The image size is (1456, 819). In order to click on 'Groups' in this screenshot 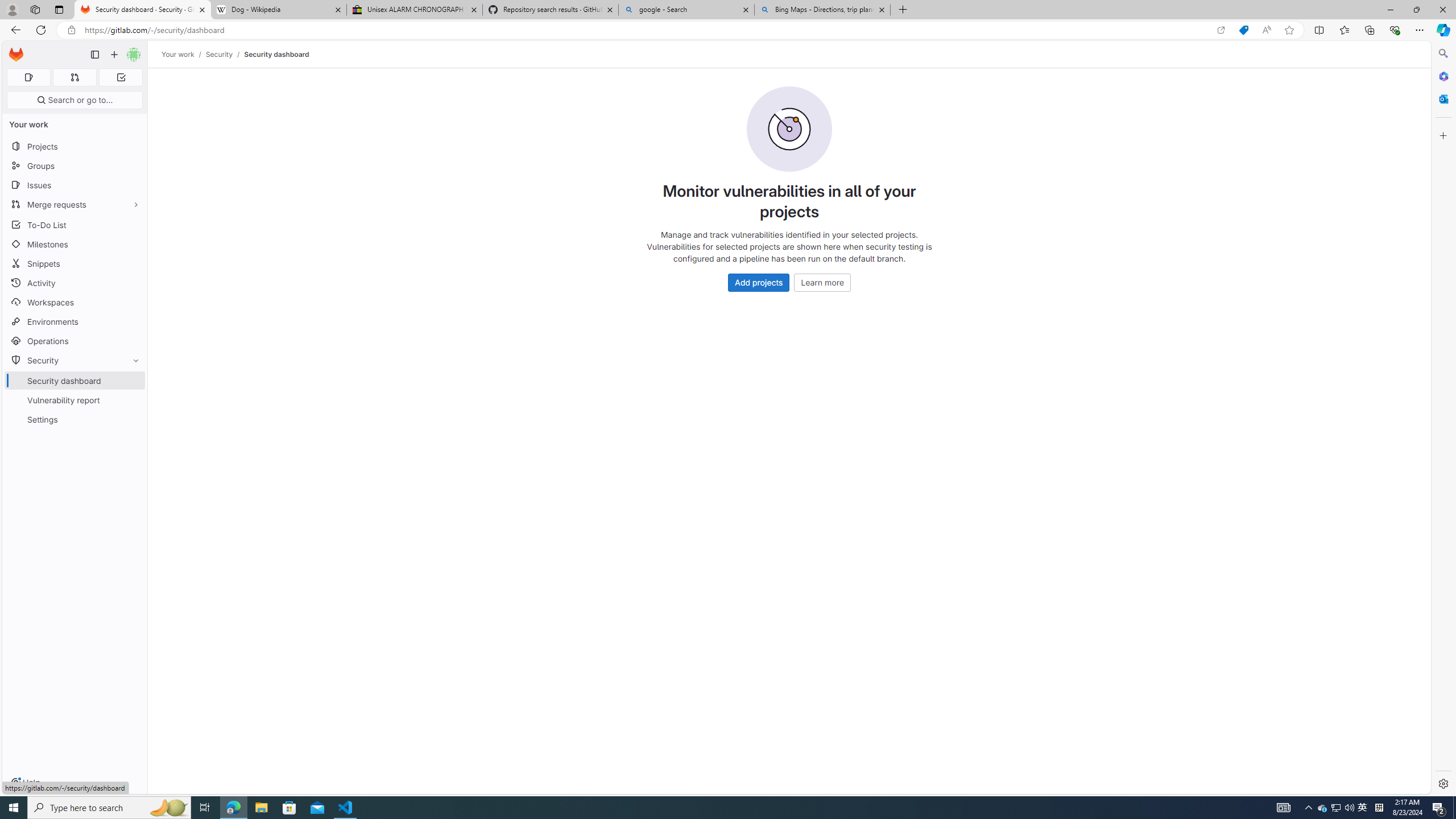, I will do `click(74, 166)`.